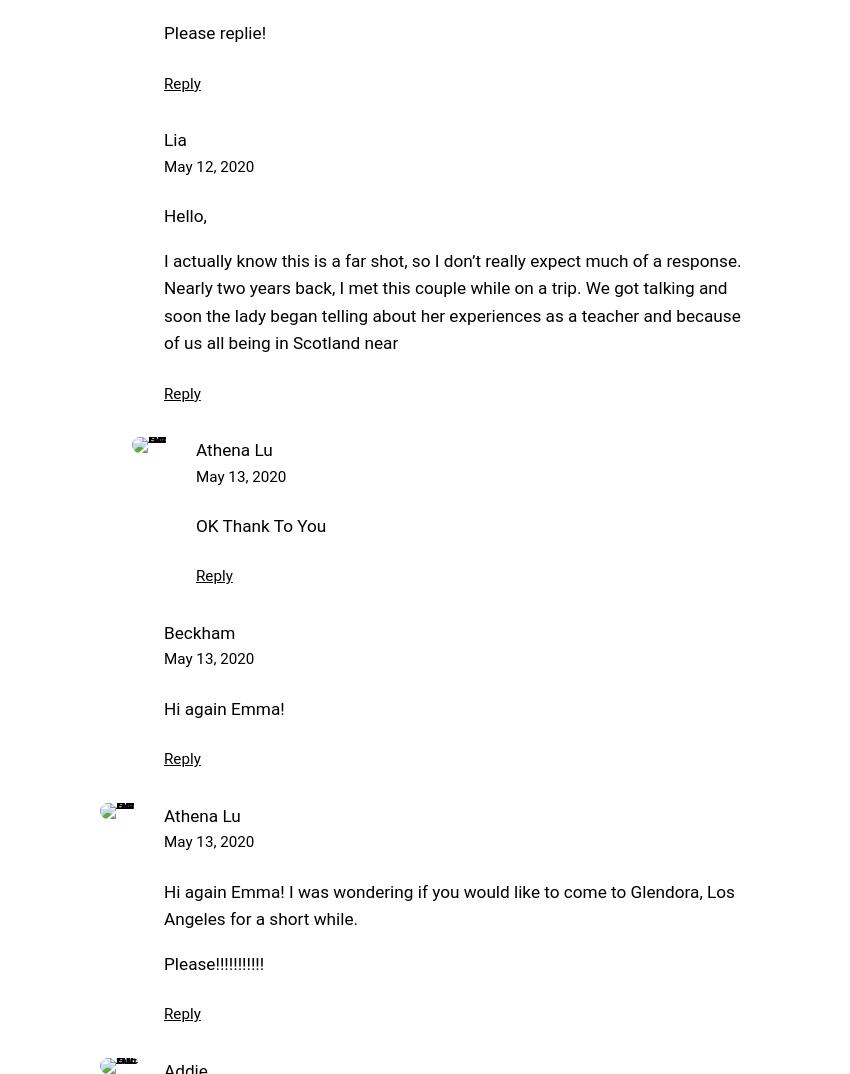 The image size is (850, 1074). Describe the element at coordinates (447, 903) in the screenshot. I see `'Hi again Emma! I was wondering if you would like to come to Glendora,  Los Angeles for a short while.'` at that location.